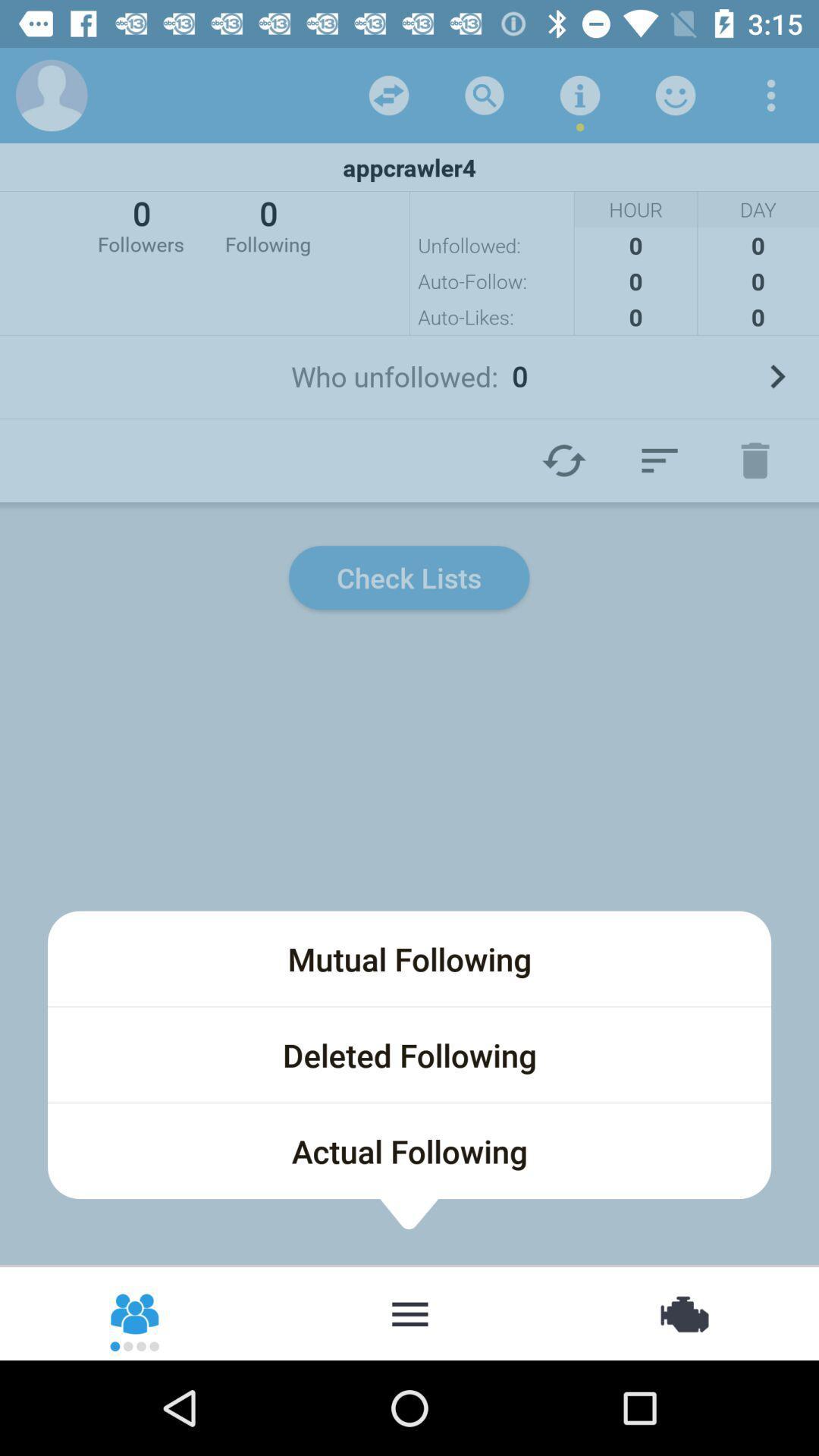 This screenshot has width=819, height=1456. I want to click on information, so click(579, 94).